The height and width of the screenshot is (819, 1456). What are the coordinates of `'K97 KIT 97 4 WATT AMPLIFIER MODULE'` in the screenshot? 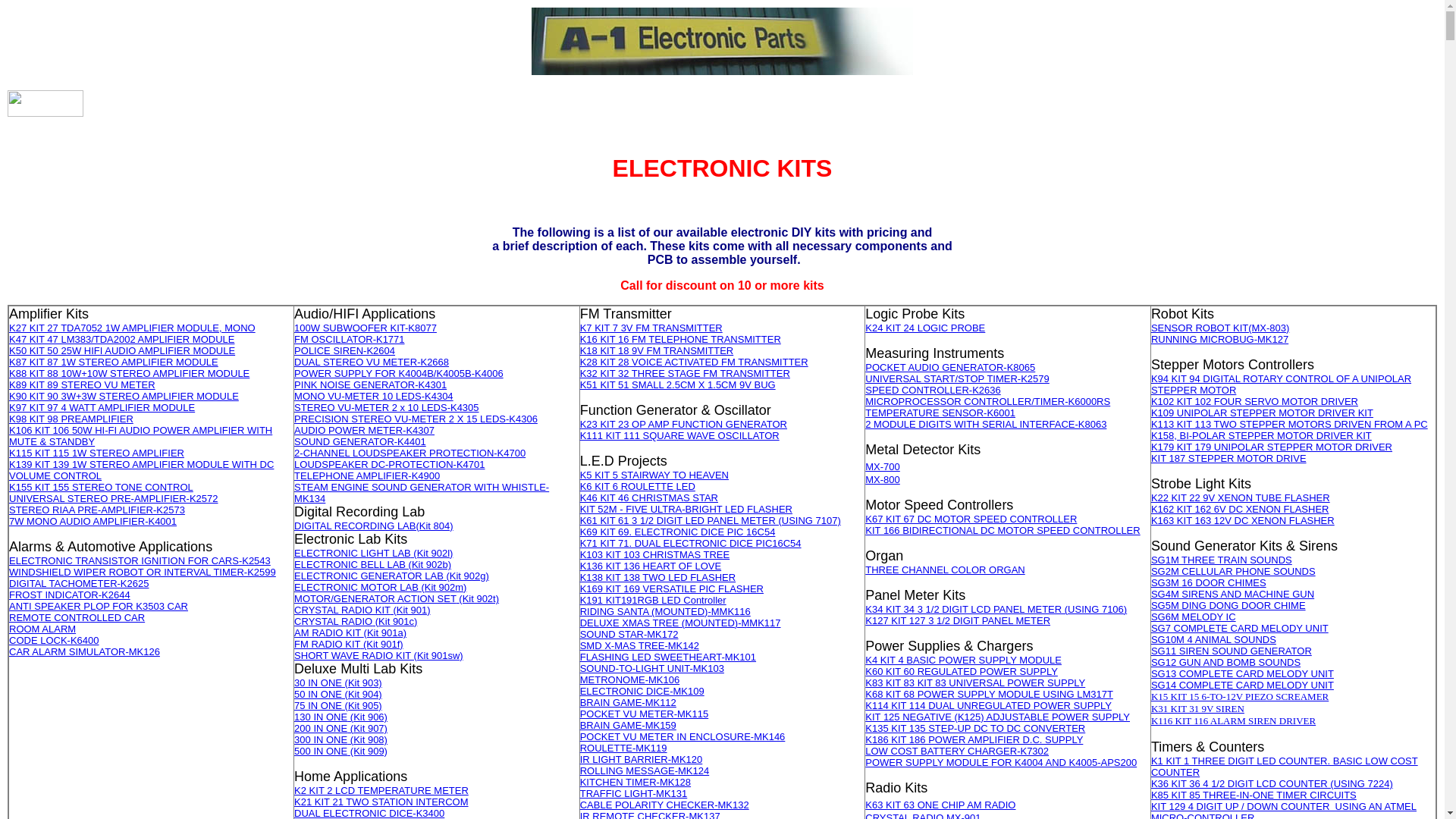 It's located at (101, 406).